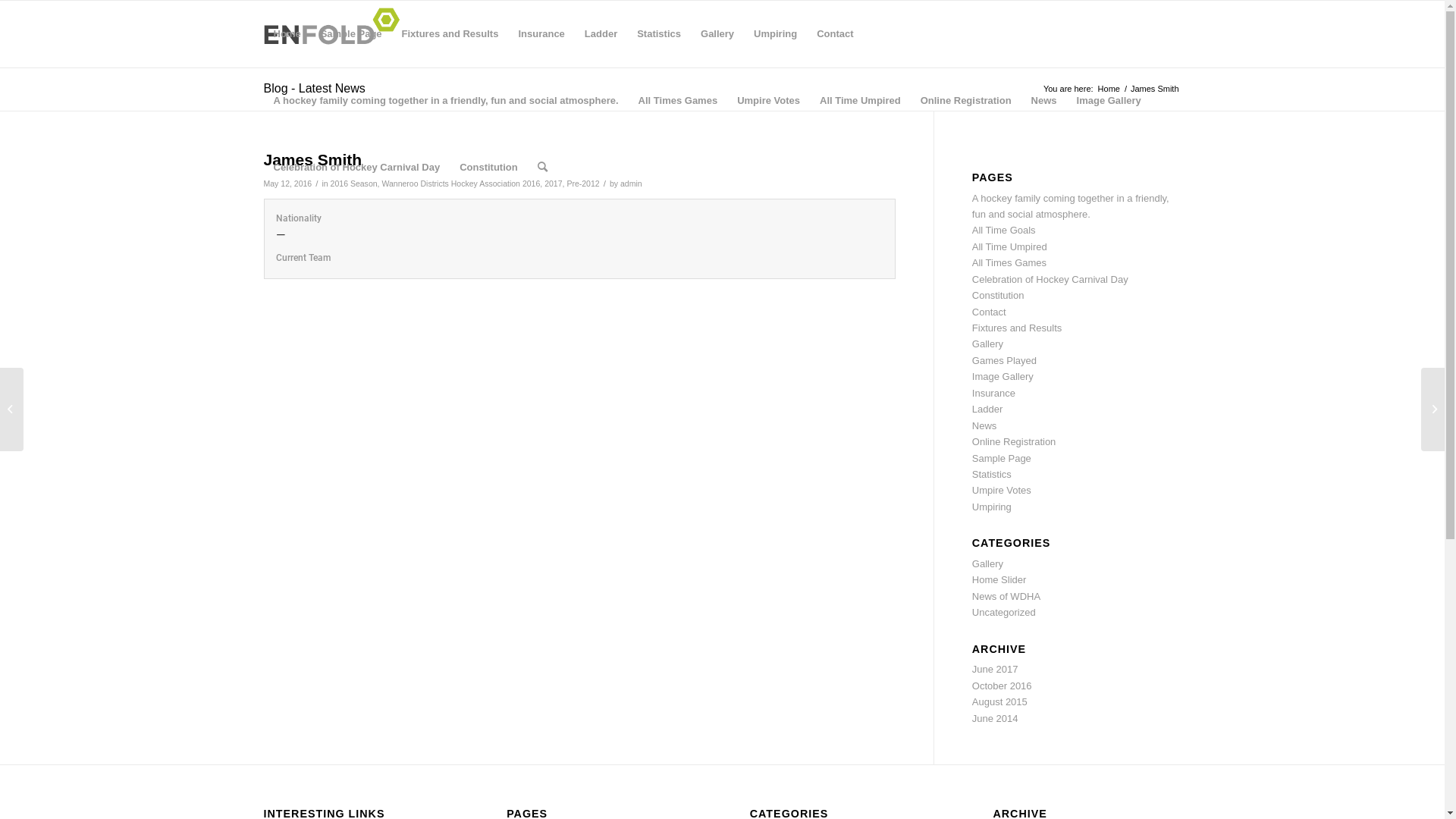 The width and height of the screenshot is (1456, 819). I want to click on 'admin', so click(631, 183).